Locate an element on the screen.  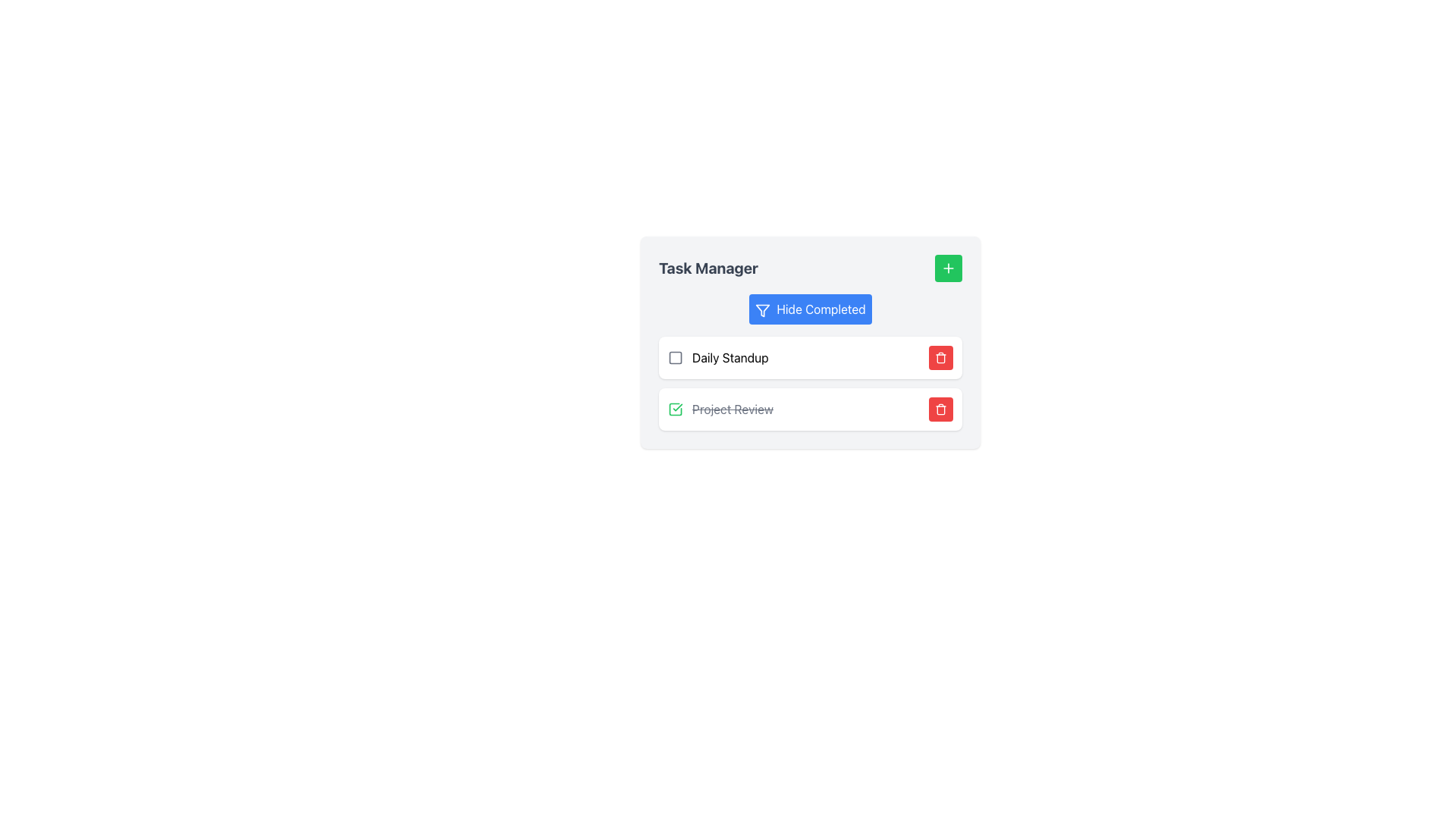
the visual feedback of the funnel icon located within the blue button labeled 'Hide Completed' in the top right section of the interface's card is located at coordinates (763, 309).